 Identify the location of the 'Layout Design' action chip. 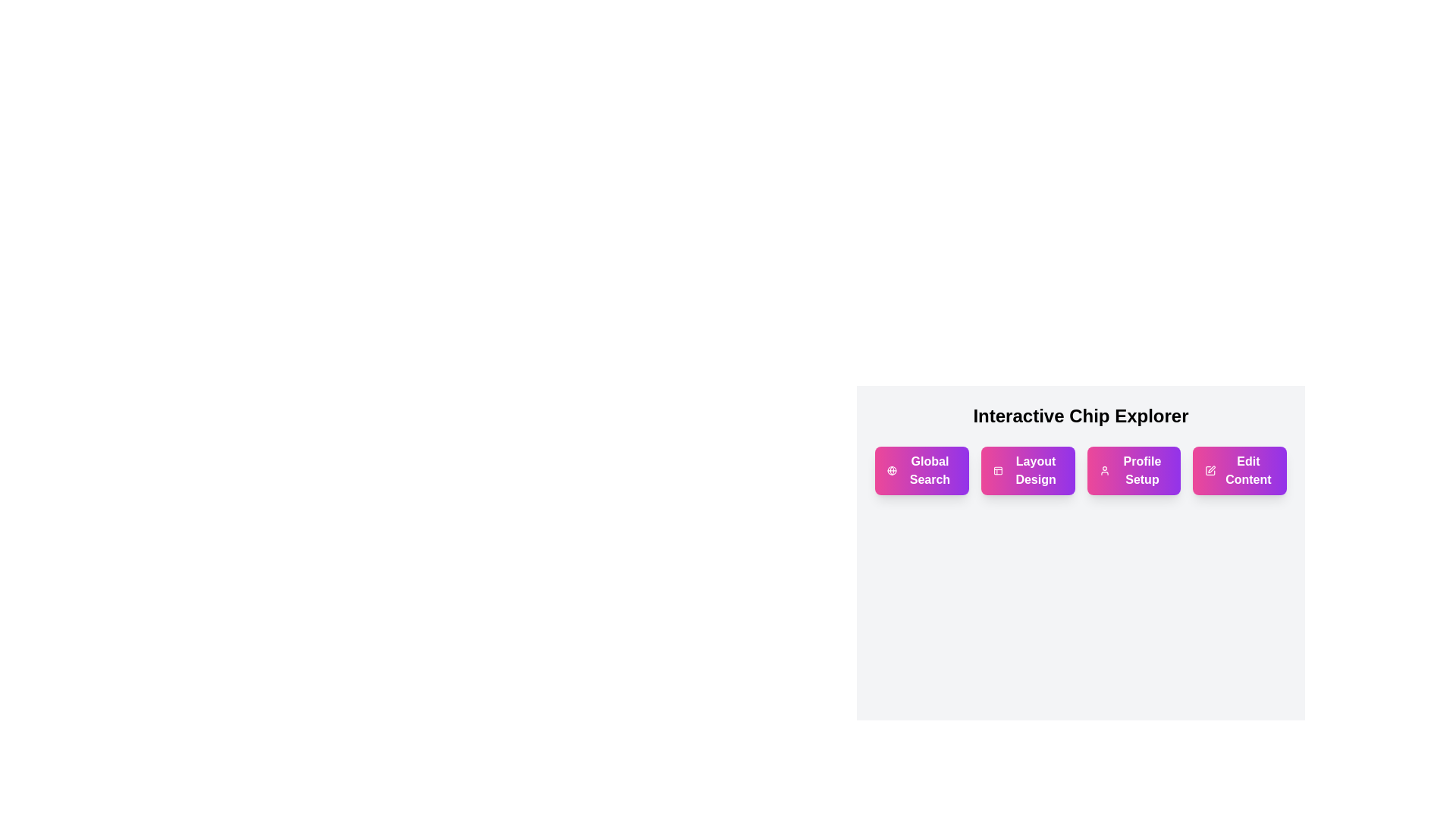
(1028, 470).